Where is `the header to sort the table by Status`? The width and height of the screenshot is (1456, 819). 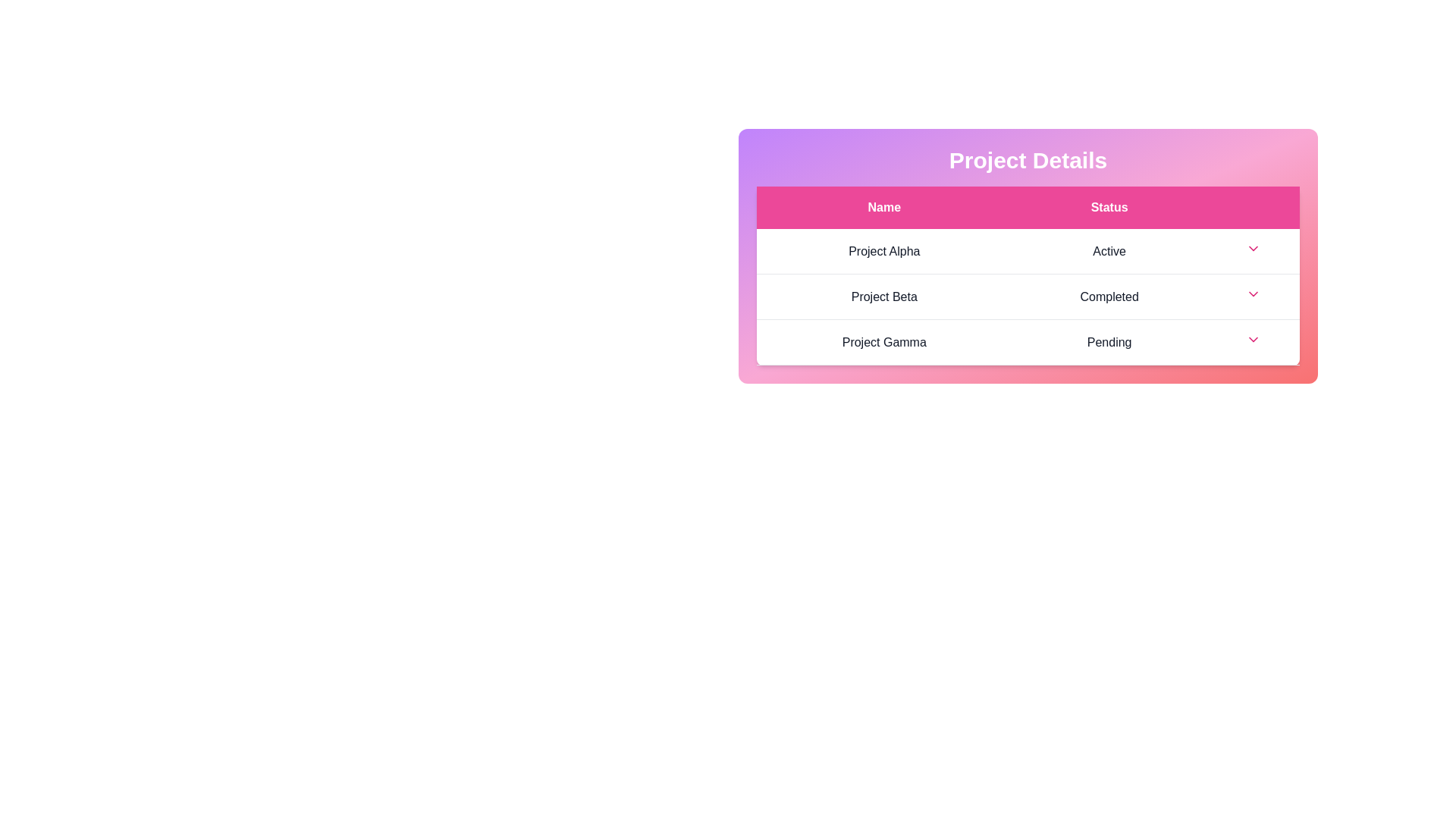
the header to sort the table by Status is located at coordinates (1109, 207).